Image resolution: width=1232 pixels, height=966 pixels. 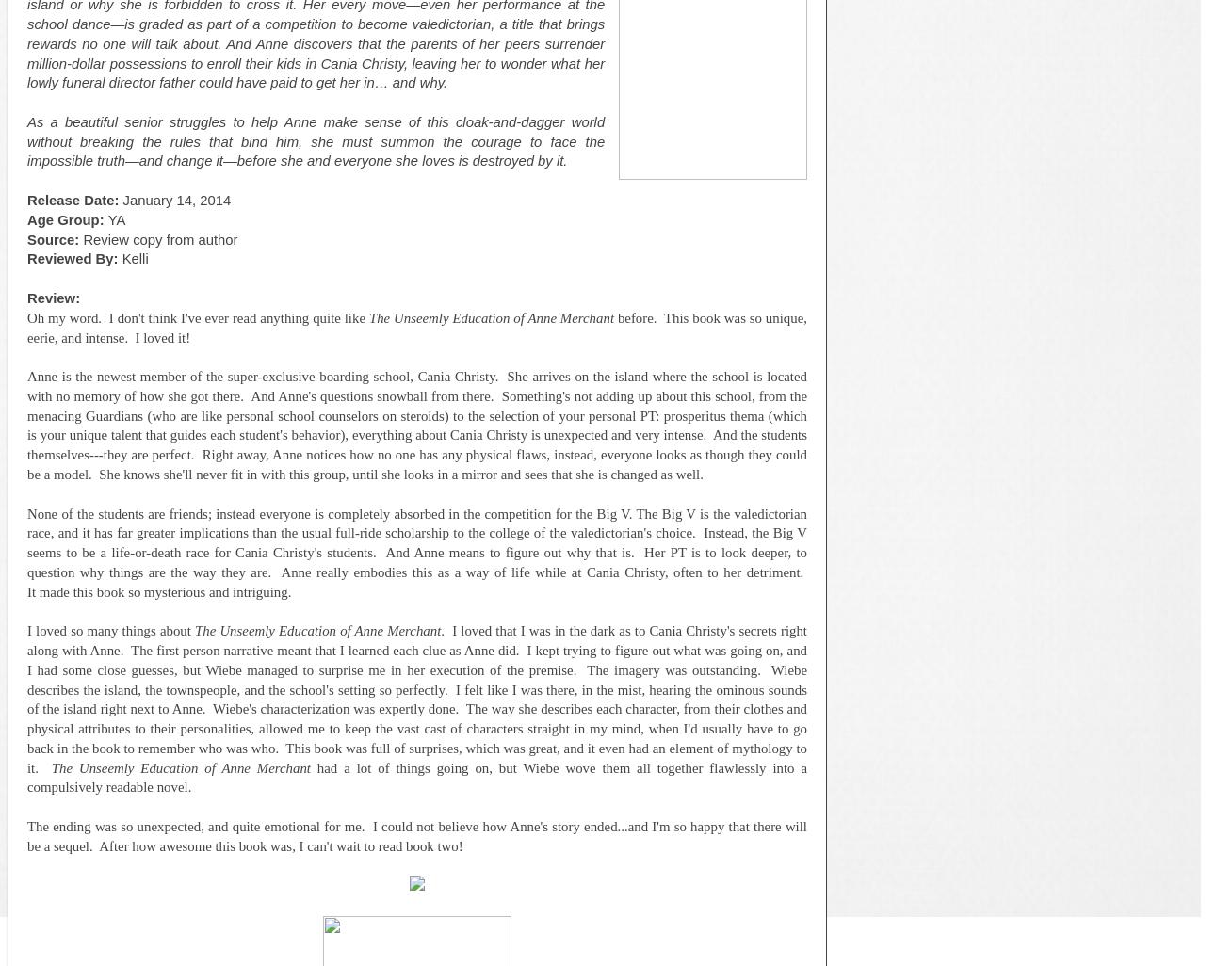 I want to click on '.  I loved that I was in the dark as to Cania Christy's secrets right along with Anne.  The first person narrative meant that I learned each clue as Anne did.  I kept trying to figure out what was going on, and I had some close guesses, but Wiebe managed to surprise me in her execution of the premise.  The imagery was outstanding.  Wiebe describes the island, the townspeople, and the school's setting so perfectly.  I felt like I was there, in the mist, hearing the ominous sounds of the island right next to Anne.  Wiebe's characterization was expertly done.  The way she describes each character, from their clothes and physical attributes to their personalities, allowed me to keep the vast cast of characters straight in my mind, when I'd usually have to go back in the book to remember who was who.  This book was full of surprises, which was great, and it even had an element of mythology to it.', so click(x=416, y=699).